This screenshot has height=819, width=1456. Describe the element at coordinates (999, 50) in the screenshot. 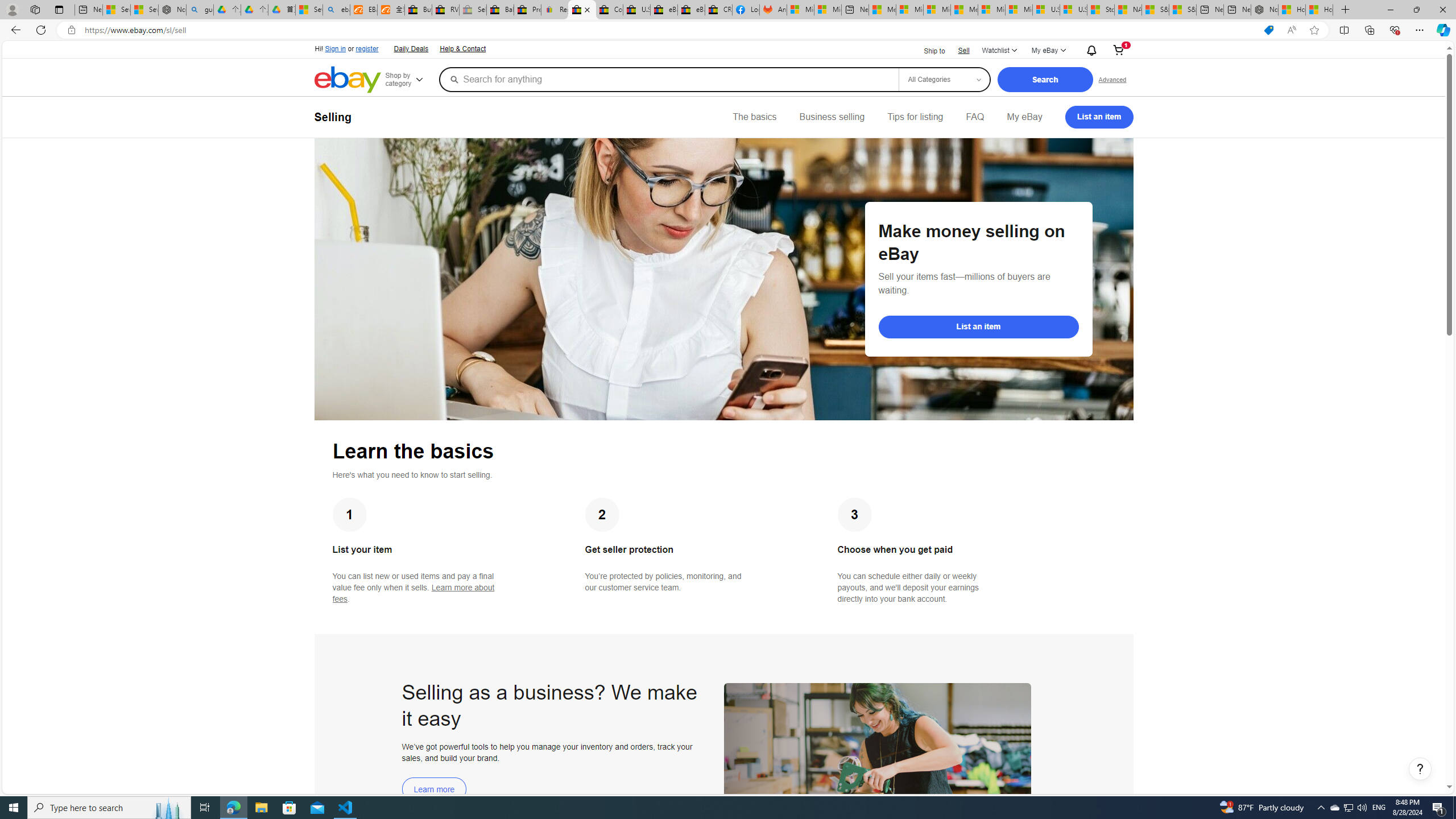

I see `'Watchlist'` at that location.